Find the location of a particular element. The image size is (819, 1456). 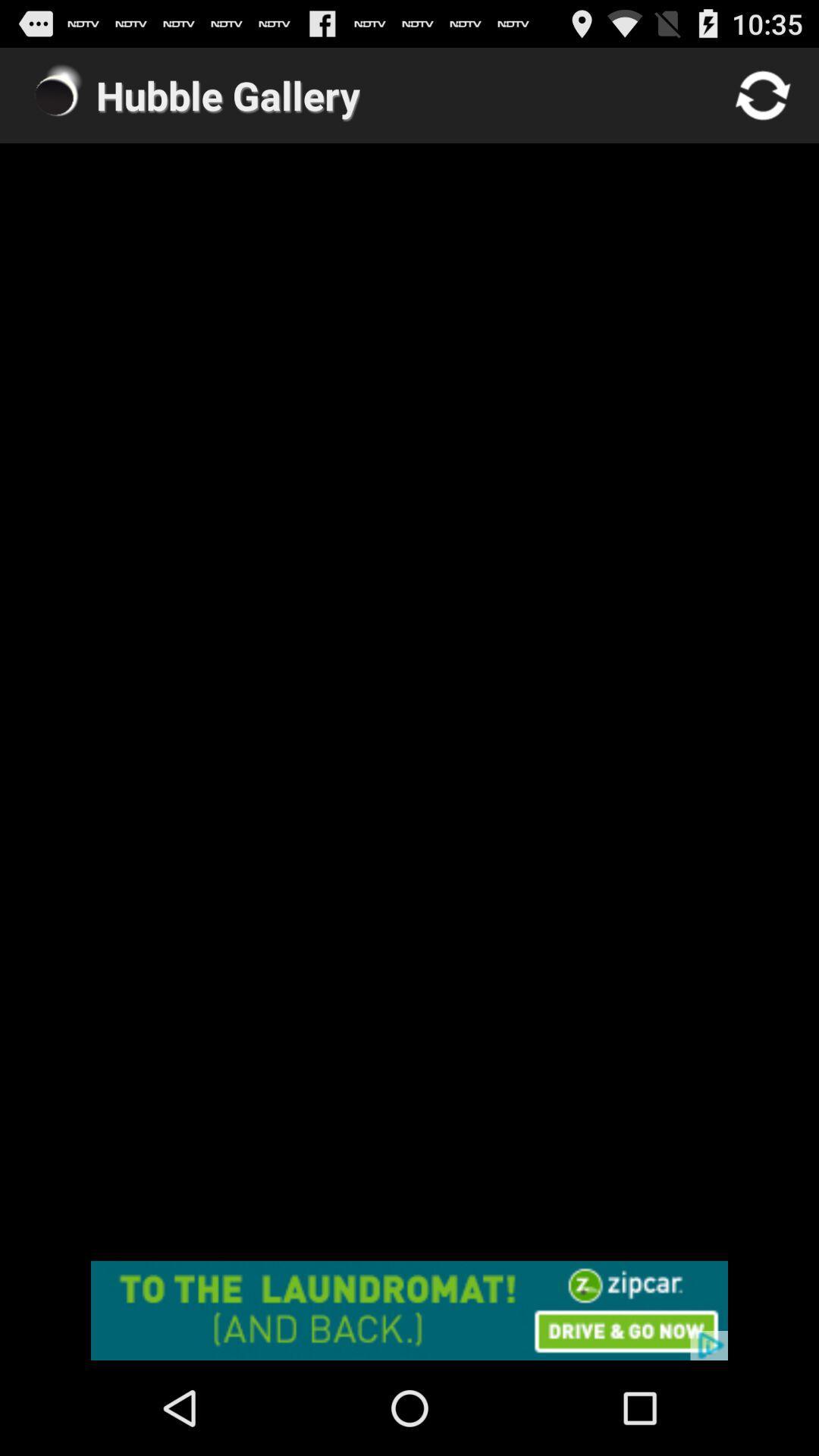

share the article is located at coordinates (409, 1310).